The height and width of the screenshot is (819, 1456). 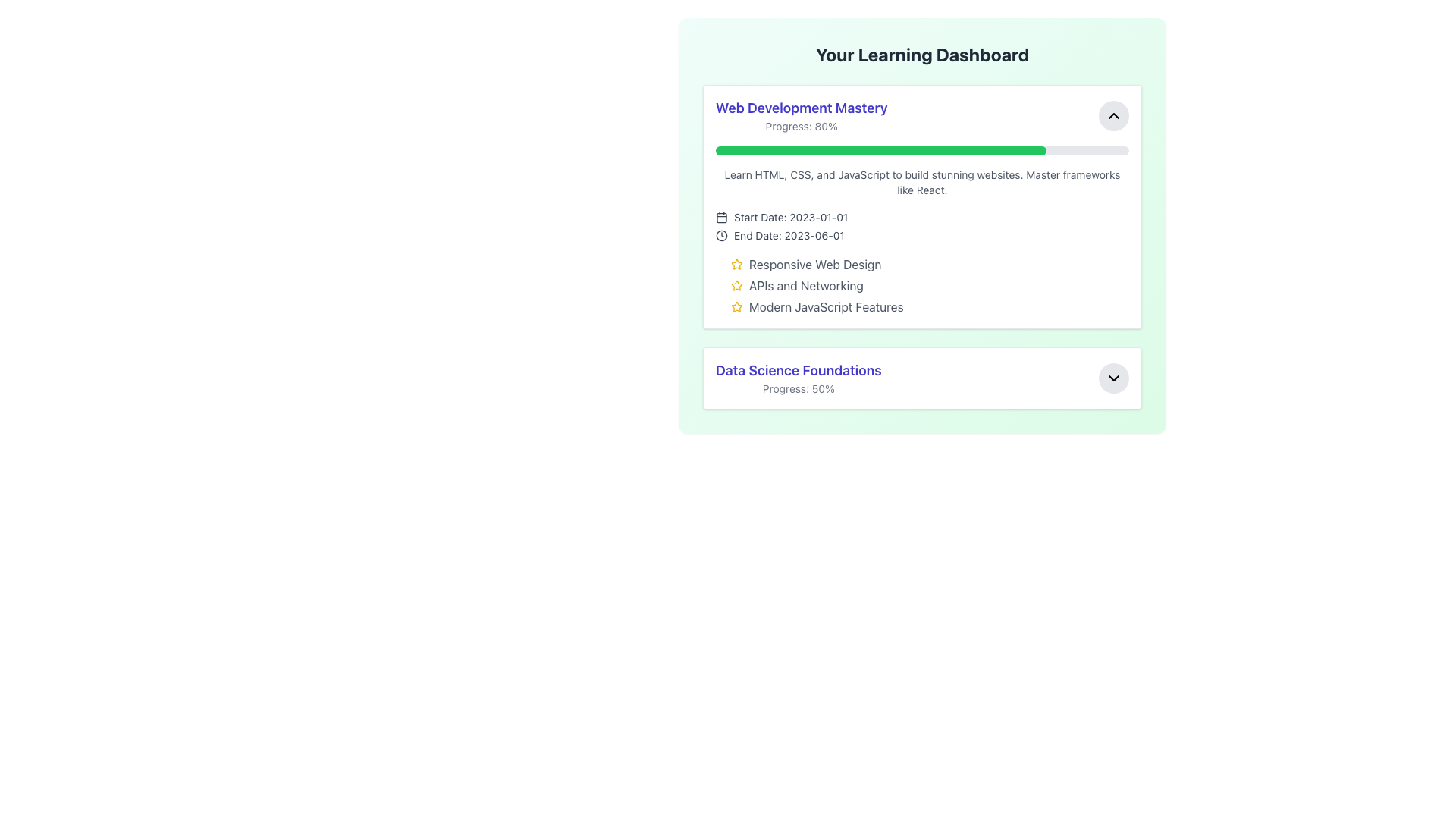 I want to click on the decorative icon associated with the course feature 'Modern JavaScript Features' within the card titled 'Web Development Mastery', so click(x=736, y=306).